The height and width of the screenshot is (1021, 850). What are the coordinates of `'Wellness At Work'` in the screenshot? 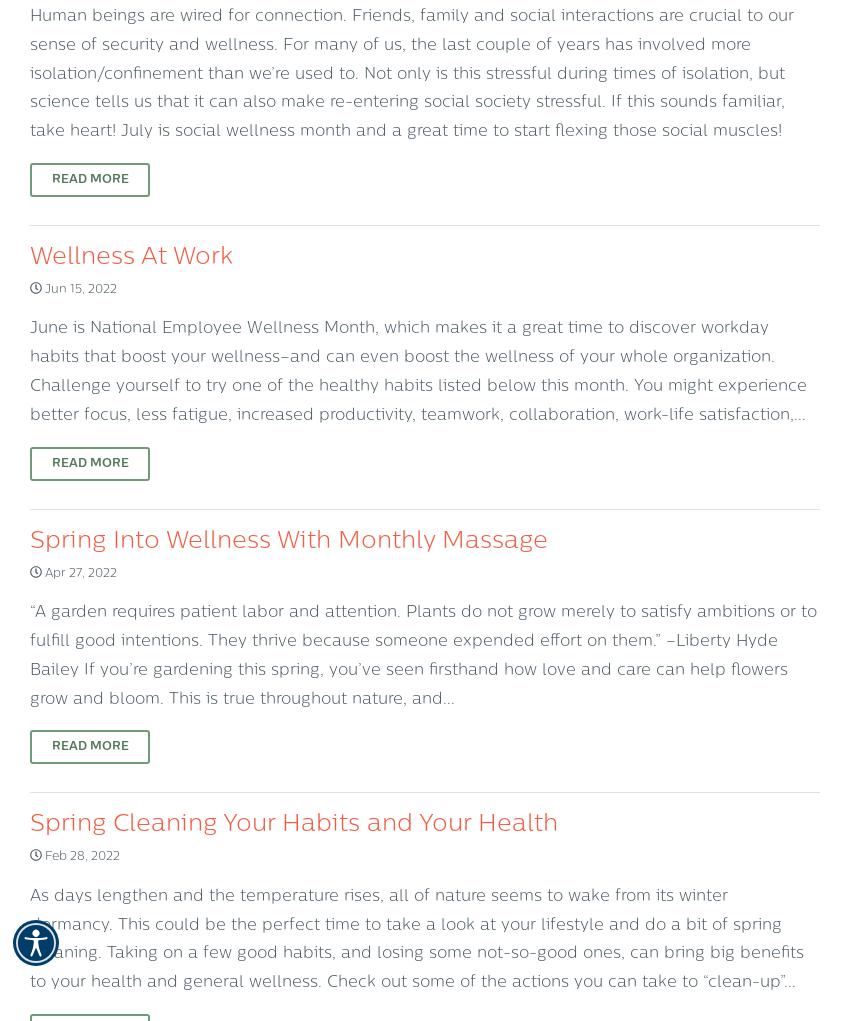 It's located at (131, 255).